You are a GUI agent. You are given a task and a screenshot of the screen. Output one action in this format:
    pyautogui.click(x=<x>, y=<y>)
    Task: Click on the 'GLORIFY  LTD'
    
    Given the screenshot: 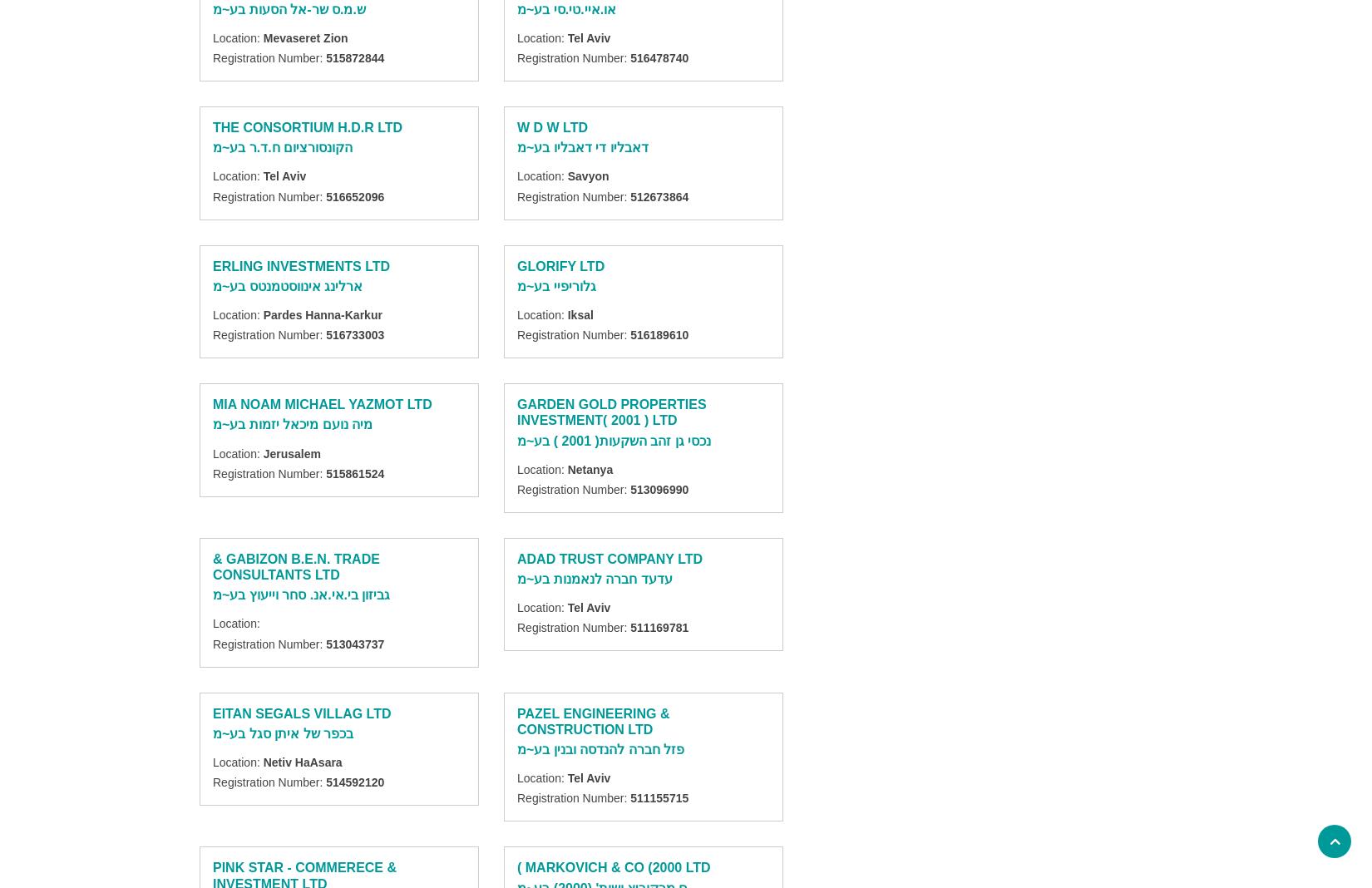 What is the action you would take?
    pyautogui.click(x=560, y=264)
    